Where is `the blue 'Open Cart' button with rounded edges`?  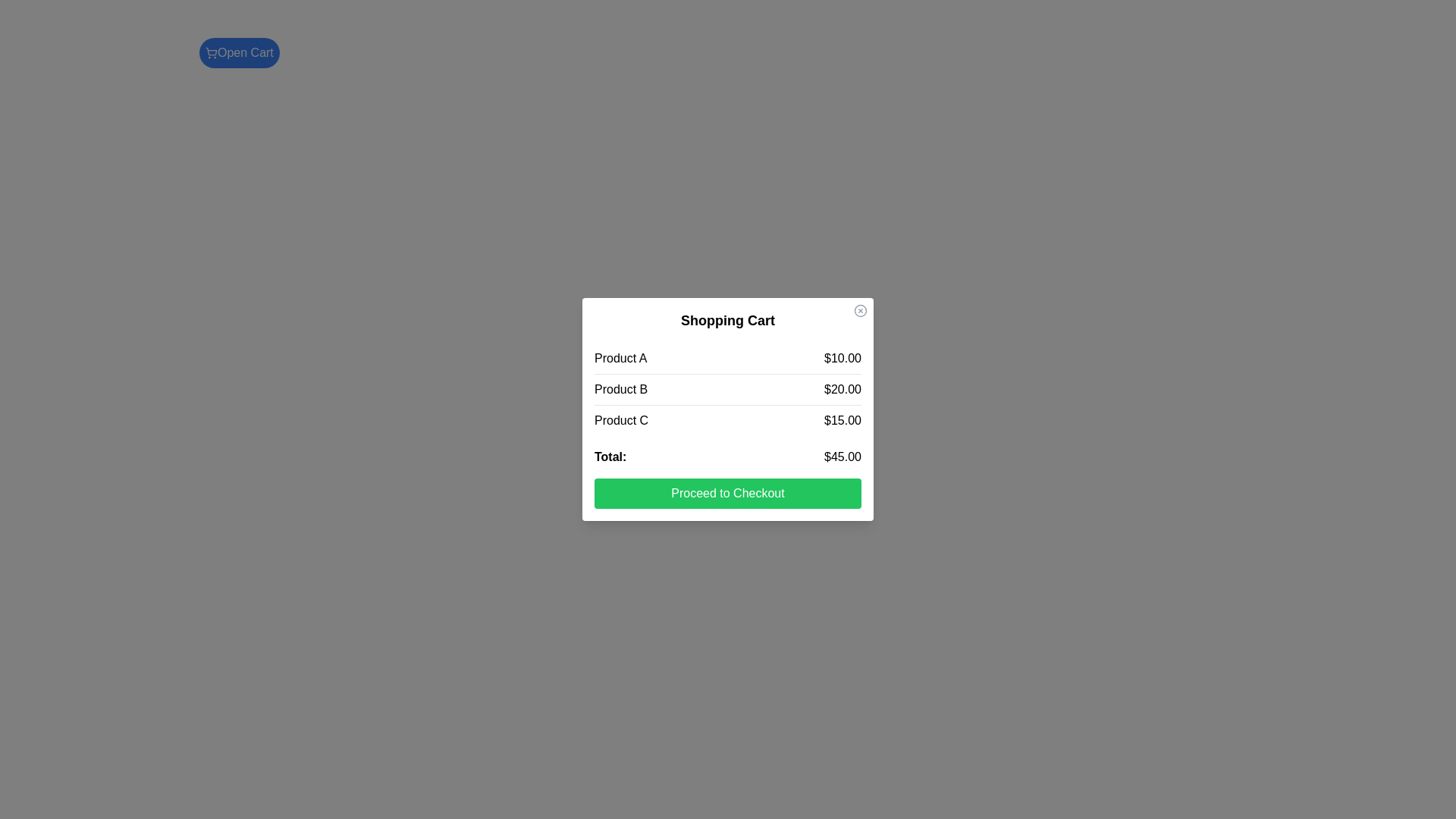 the blue 'Open Cart' button with rounded edges is located at coordinates (238, 52).